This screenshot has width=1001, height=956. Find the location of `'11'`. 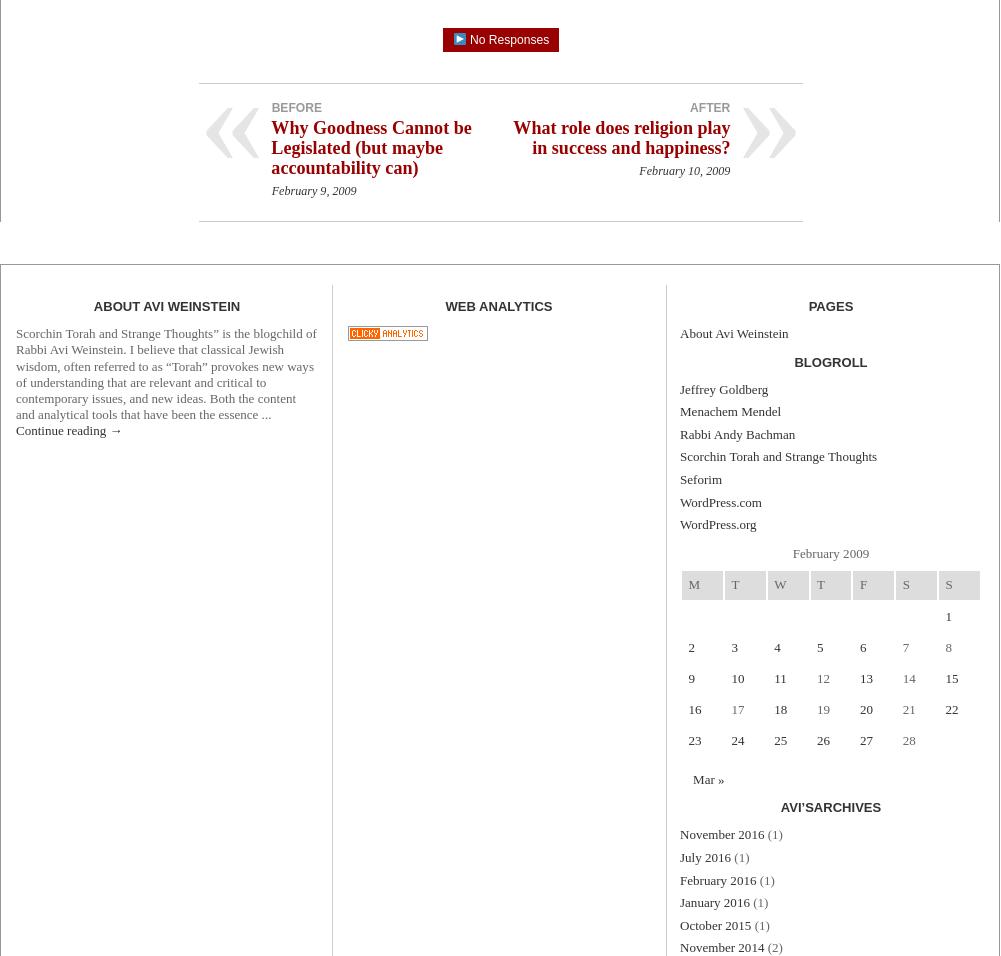

'11' is located at coordinates (779, 677).